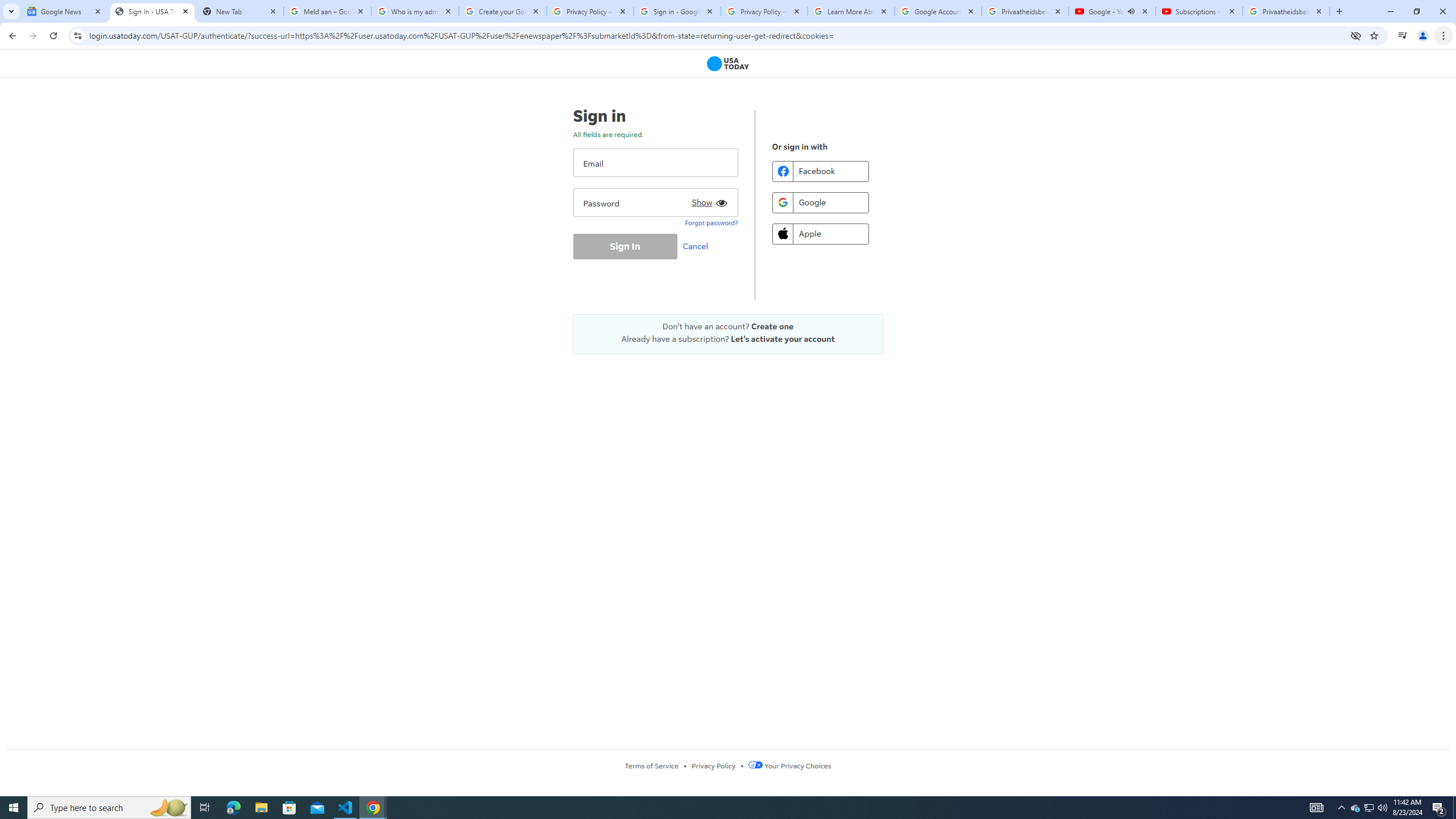  What do you see at coordinates (1198, 11) in the screenshot?
I see `'Subscriptions - YouTube'` at bounding box center [1198, 11].